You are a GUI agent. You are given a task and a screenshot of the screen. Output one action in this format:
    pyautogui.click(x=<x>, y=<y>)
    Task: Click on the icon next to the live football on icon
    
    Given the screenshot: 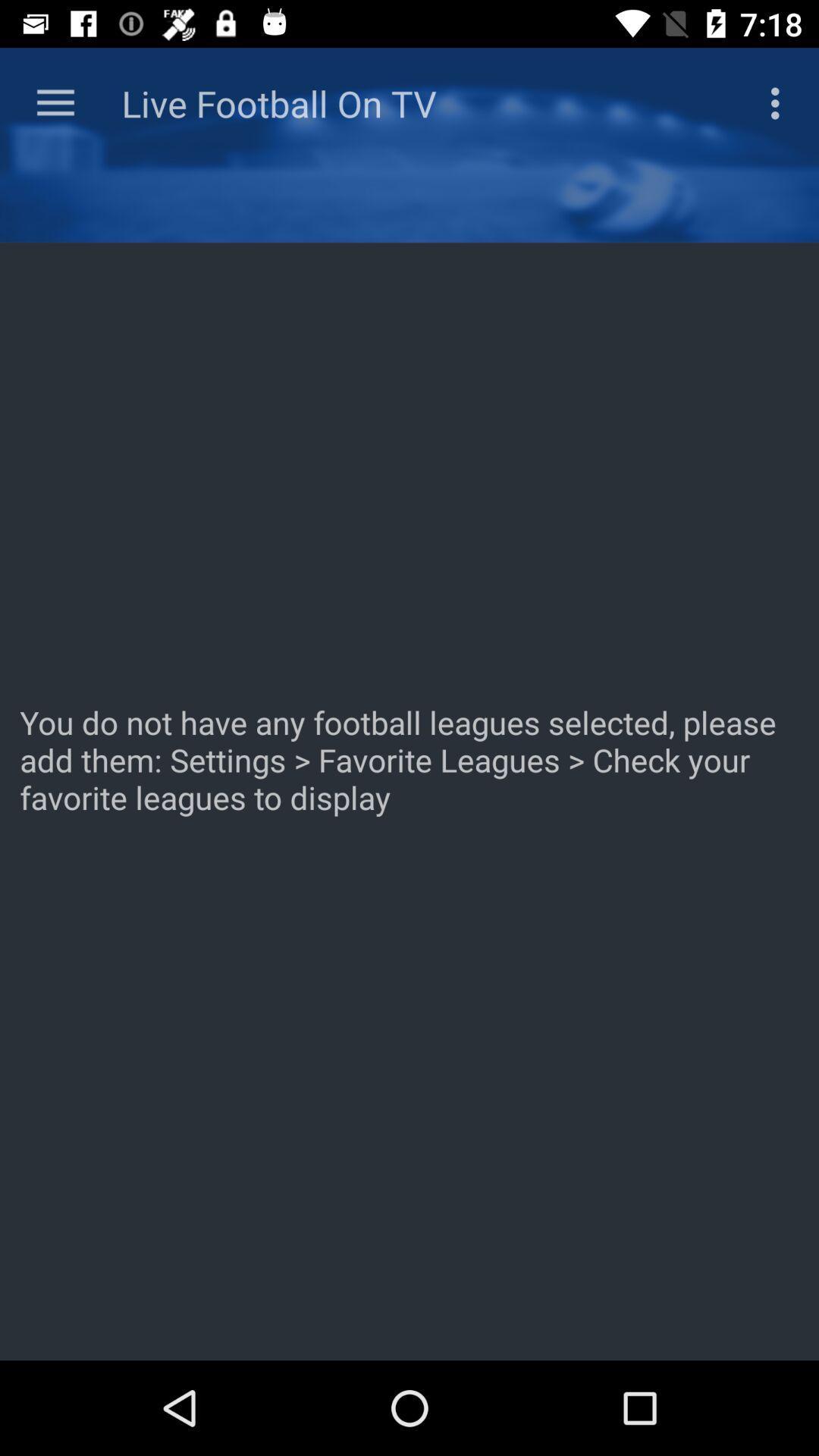 What is the action you would take?
    pyautogui.click(x=779, y=102)
    